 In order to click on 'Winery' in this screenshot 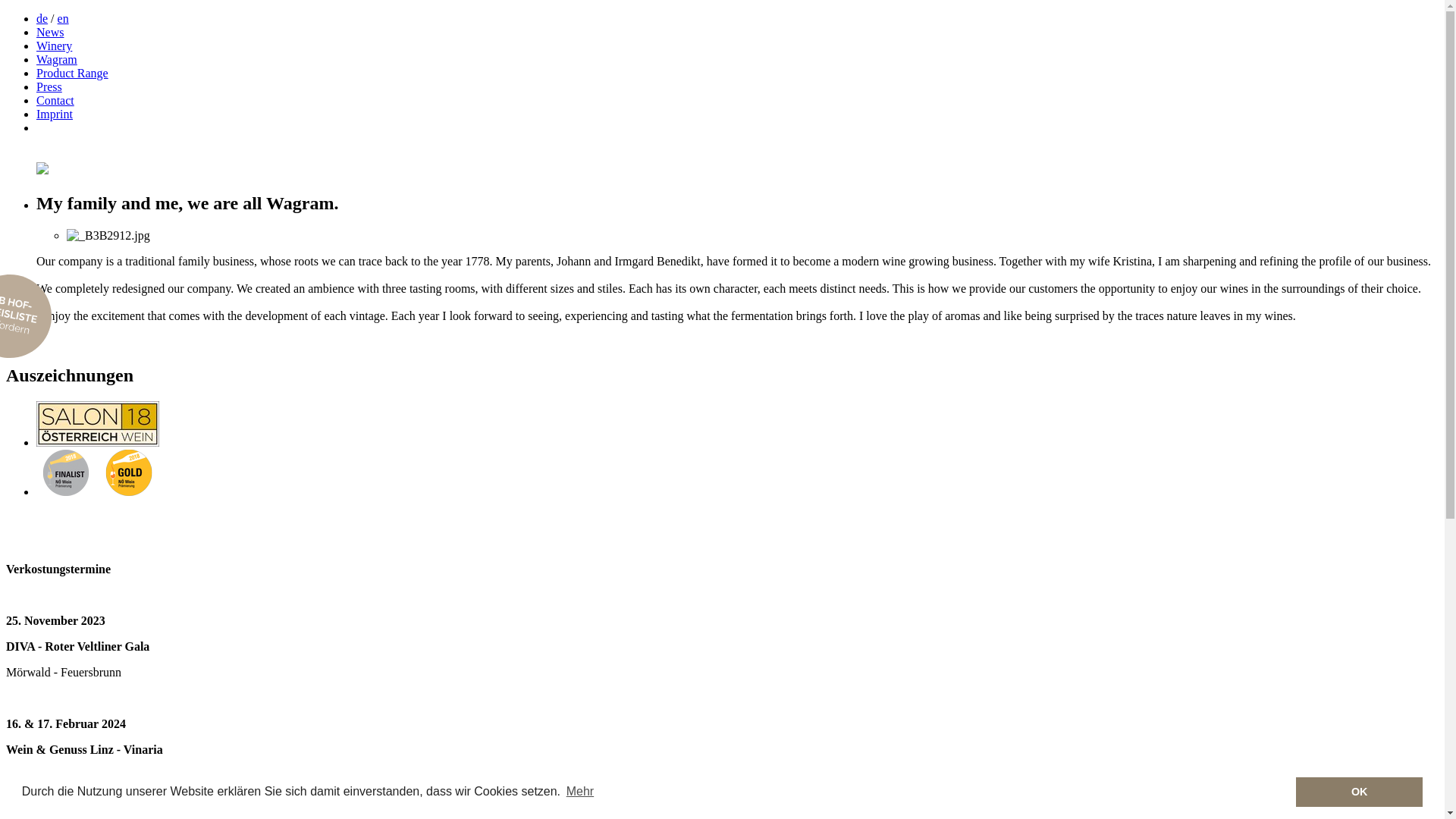, I will do `click(54, 45)`.